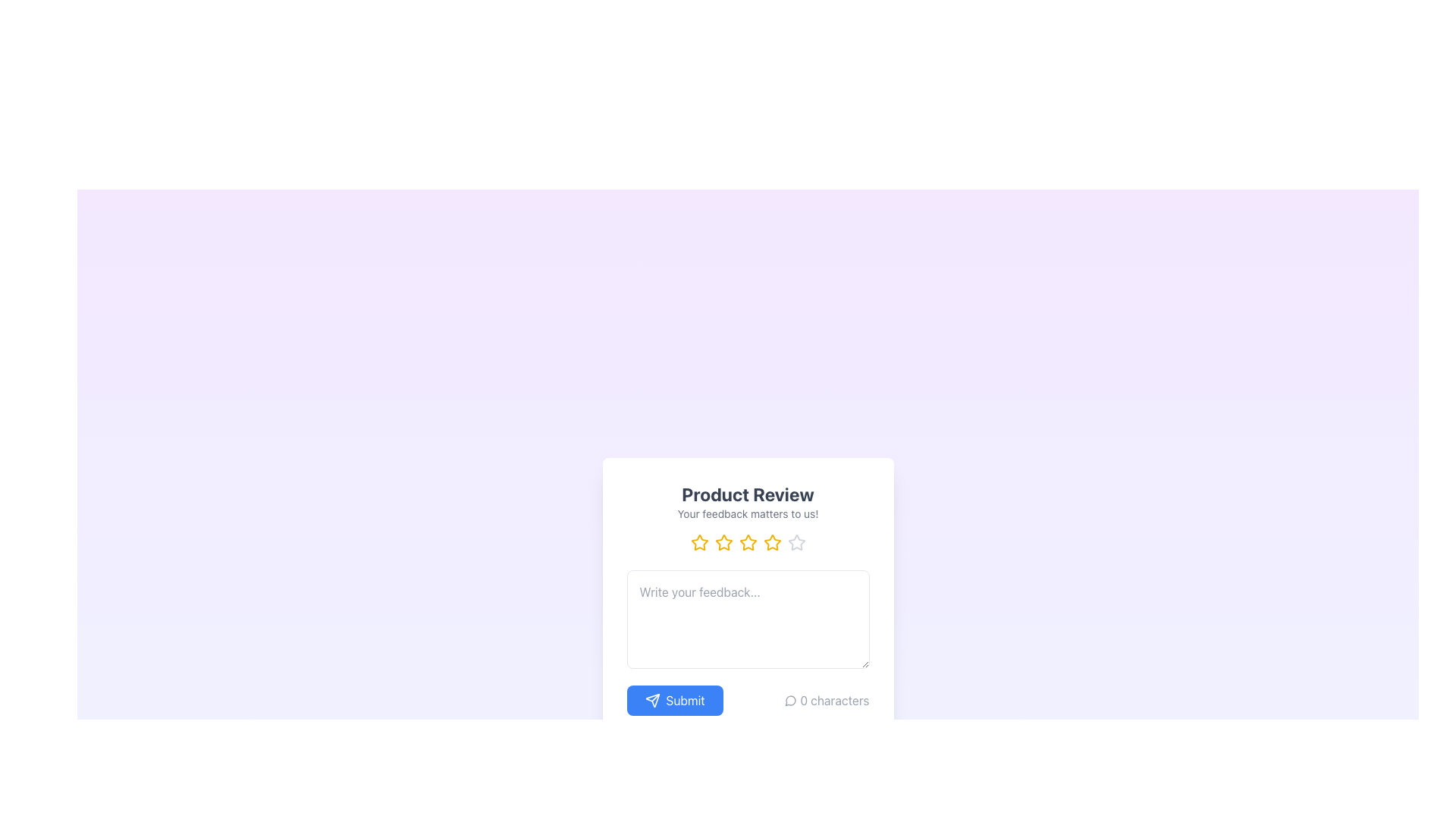  Describe the element at coordinates (723, 542) in the screenshot. I see `the third star in the rating system` at that location.